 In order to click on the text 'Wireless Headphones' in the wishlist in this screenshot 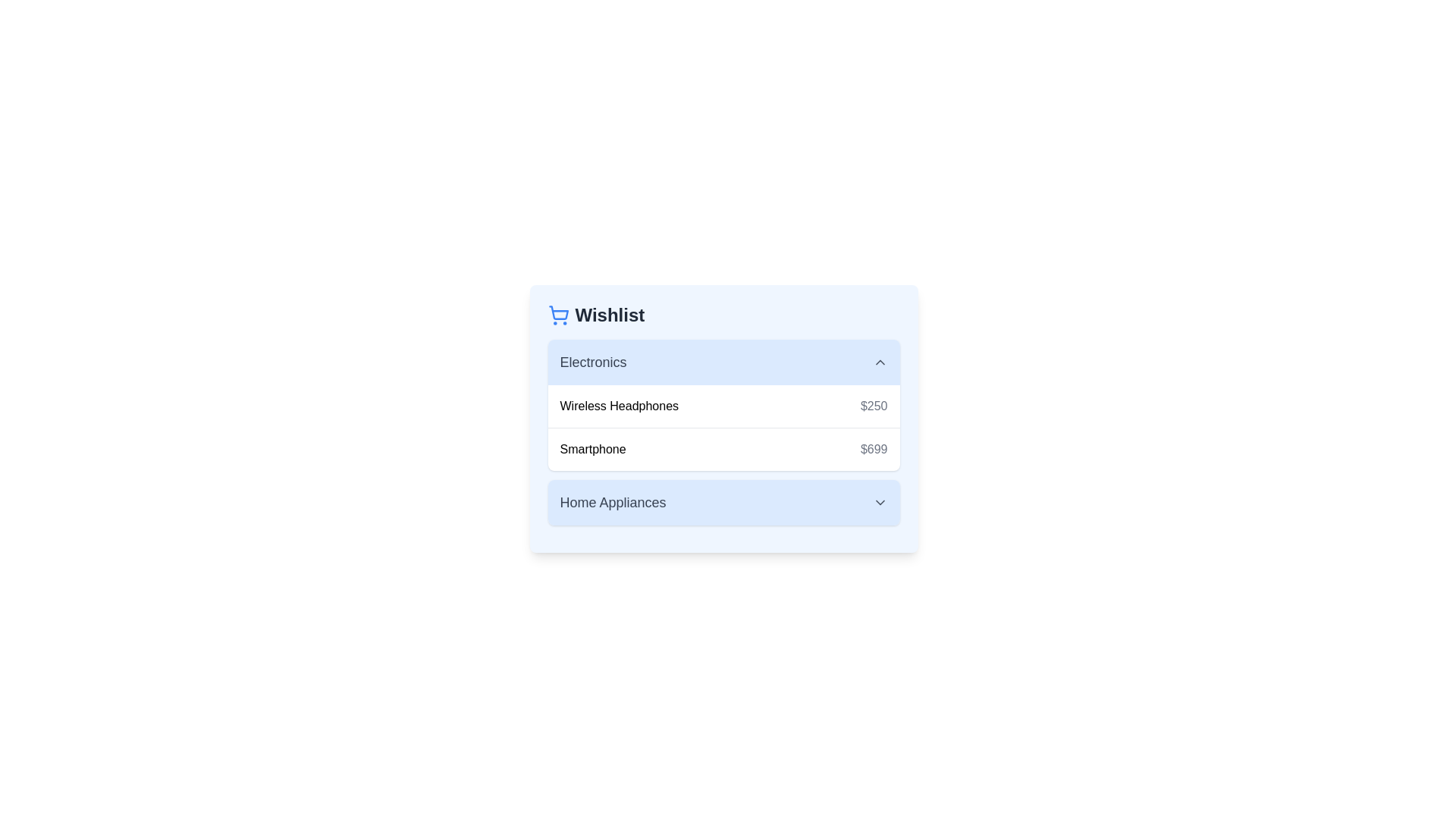, I will do `click(559, 397)`.